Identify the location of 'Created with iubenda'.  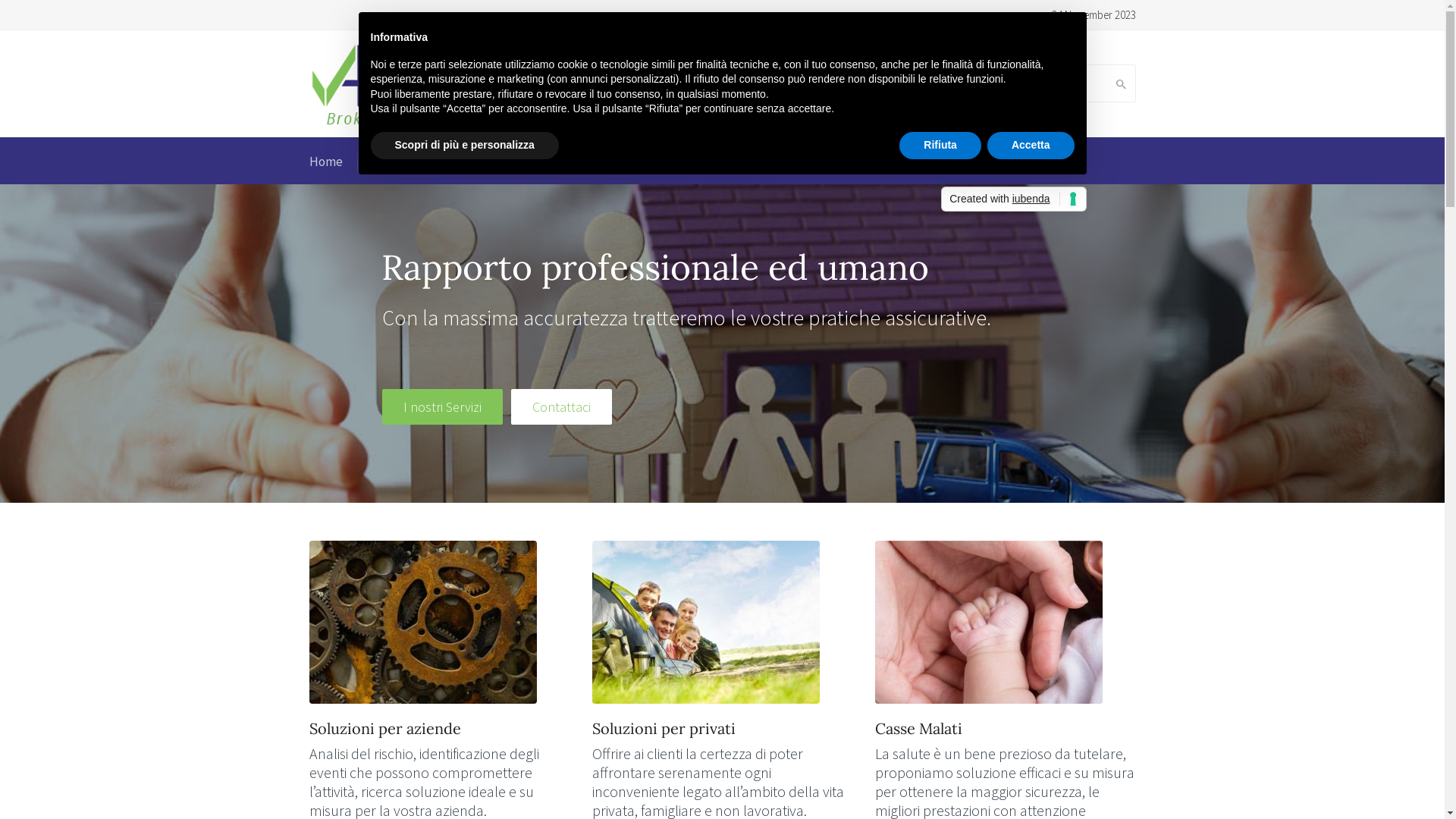
(1013, 198).